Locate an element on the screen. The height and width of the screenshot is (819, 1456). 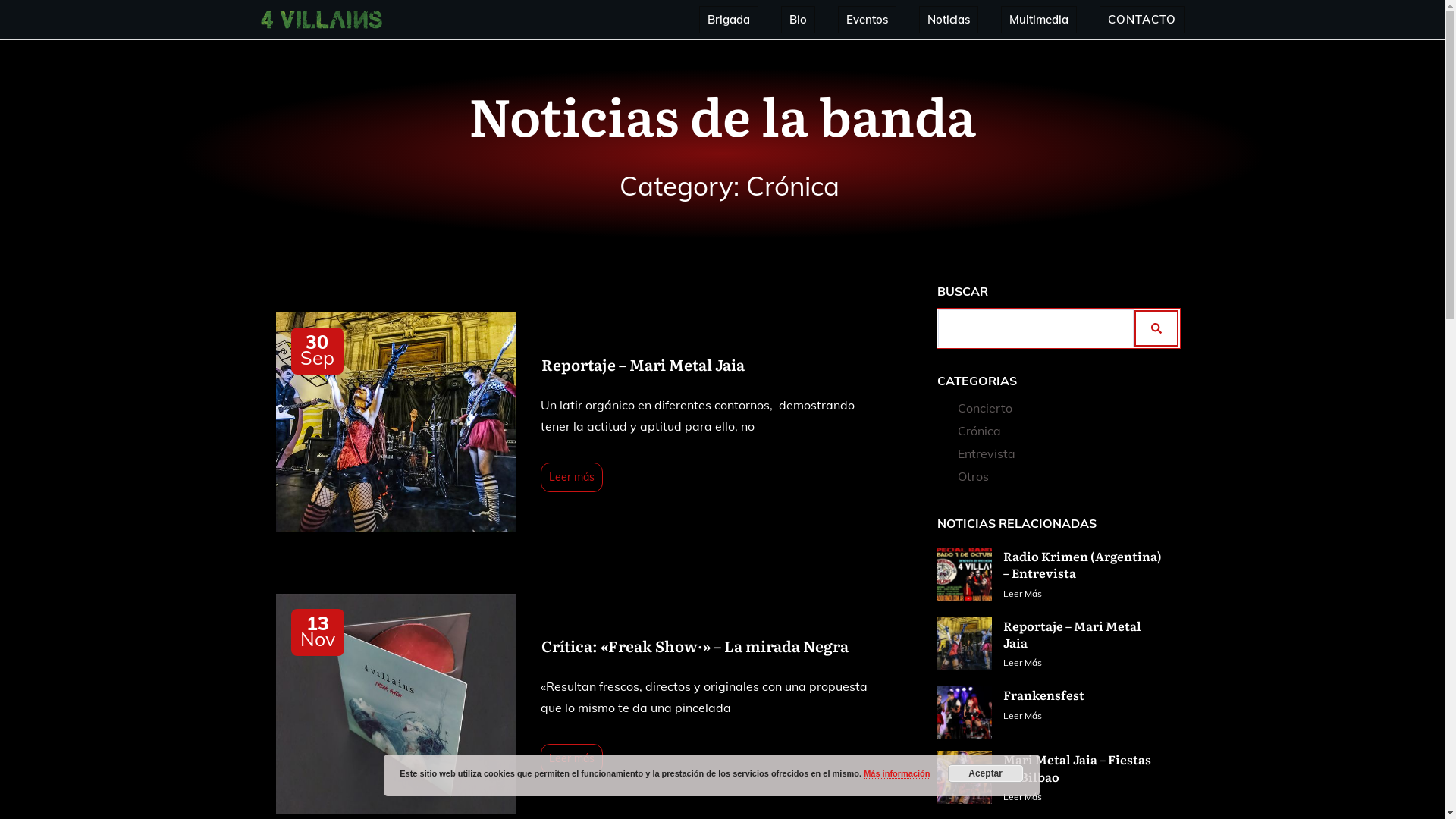
'Otros' is located at coordinates (973, 475).